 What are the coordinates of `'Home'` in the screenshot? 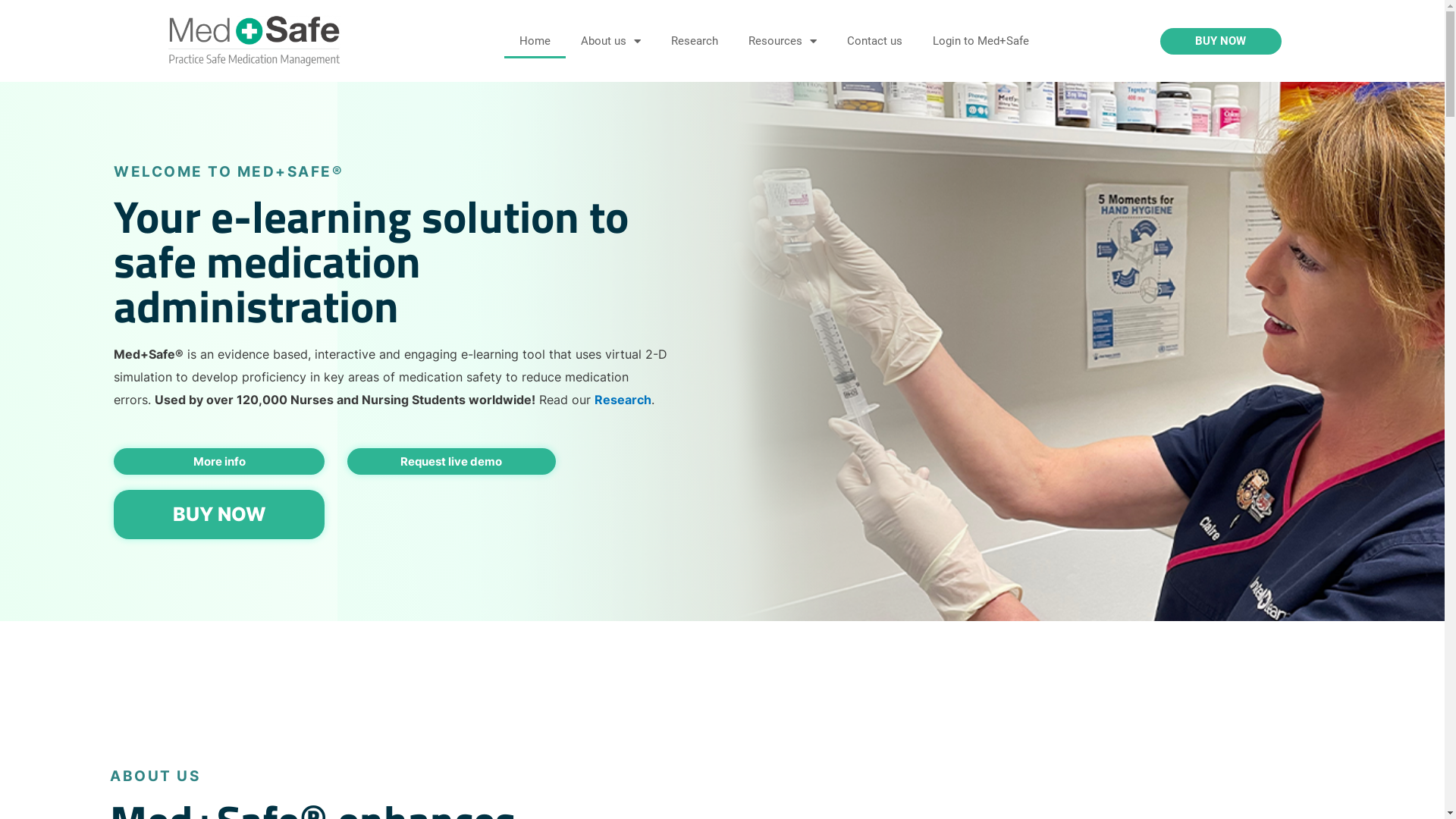 It's located at (535, 40).